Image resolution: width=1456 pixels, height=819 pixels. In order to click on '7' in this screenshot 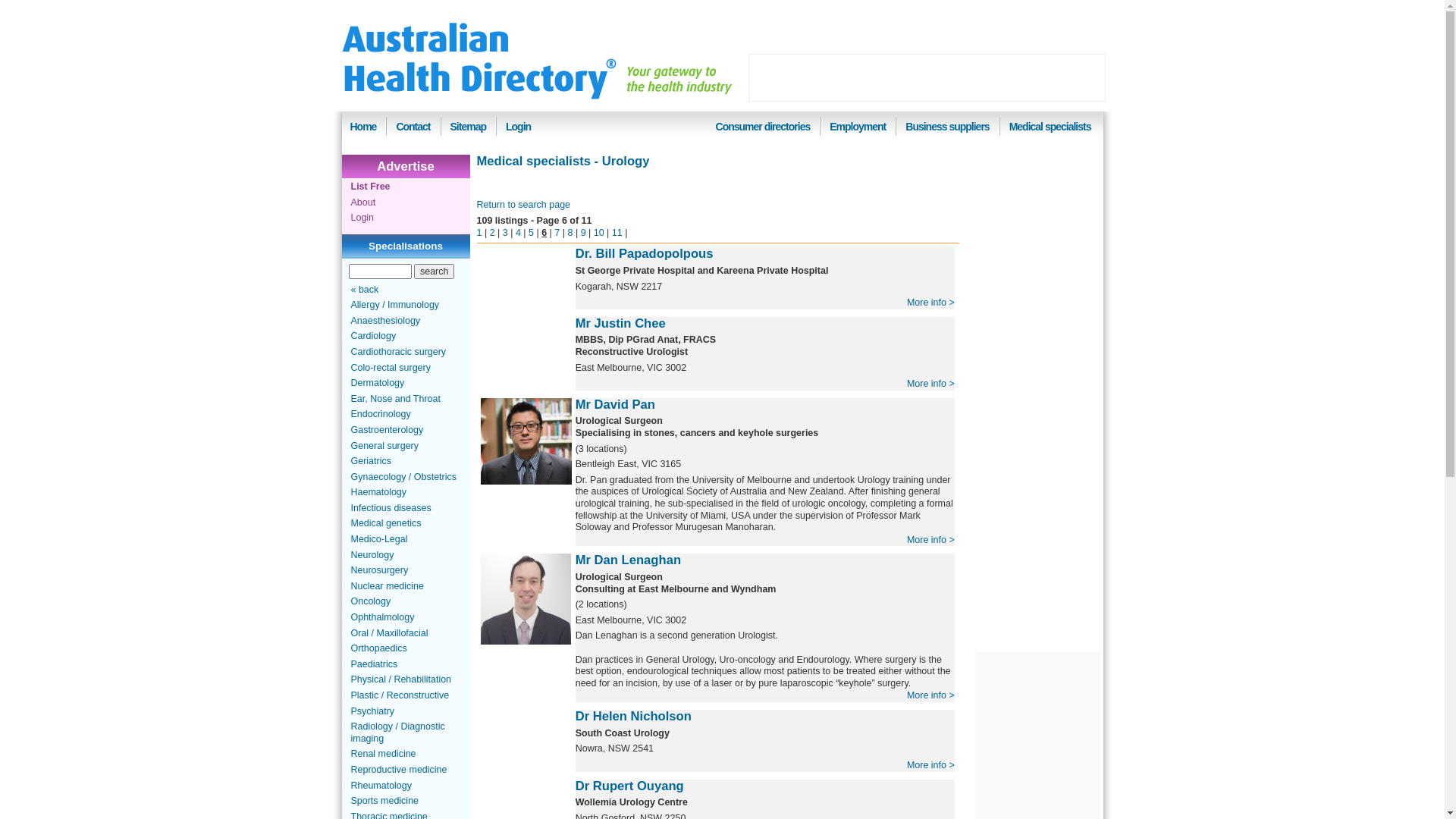, I will do `click(553, 233)`.